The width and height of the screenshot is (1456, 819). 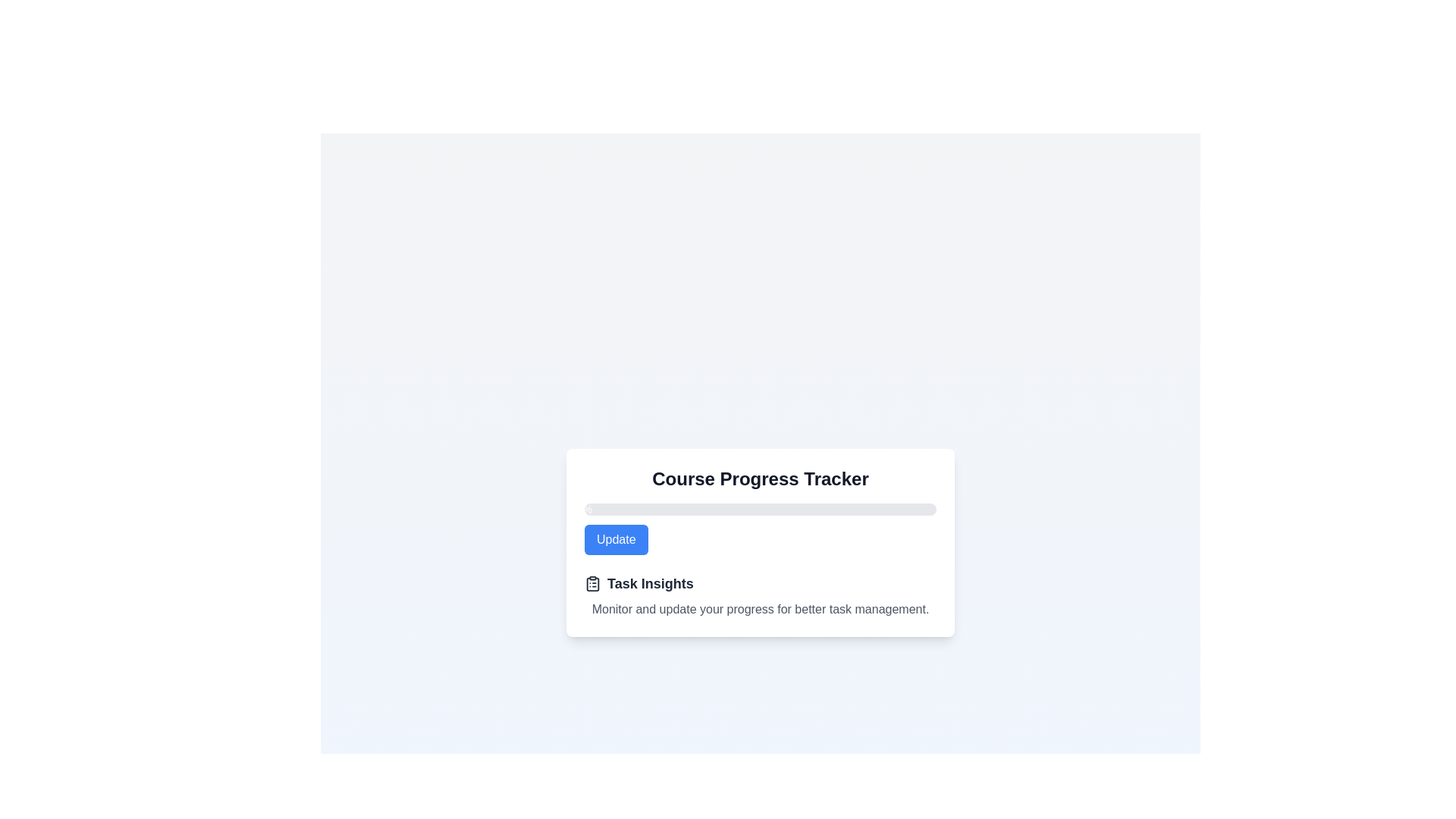 What do you see at coordinates (761, 608) in the screenshot?
I see `text segment that reads 'Monitor and update your progress for better task management.' styled in gray font on a white background, located at the bottom of the card under the heading 'Task Insights.'` at bounding box center [761, 608].